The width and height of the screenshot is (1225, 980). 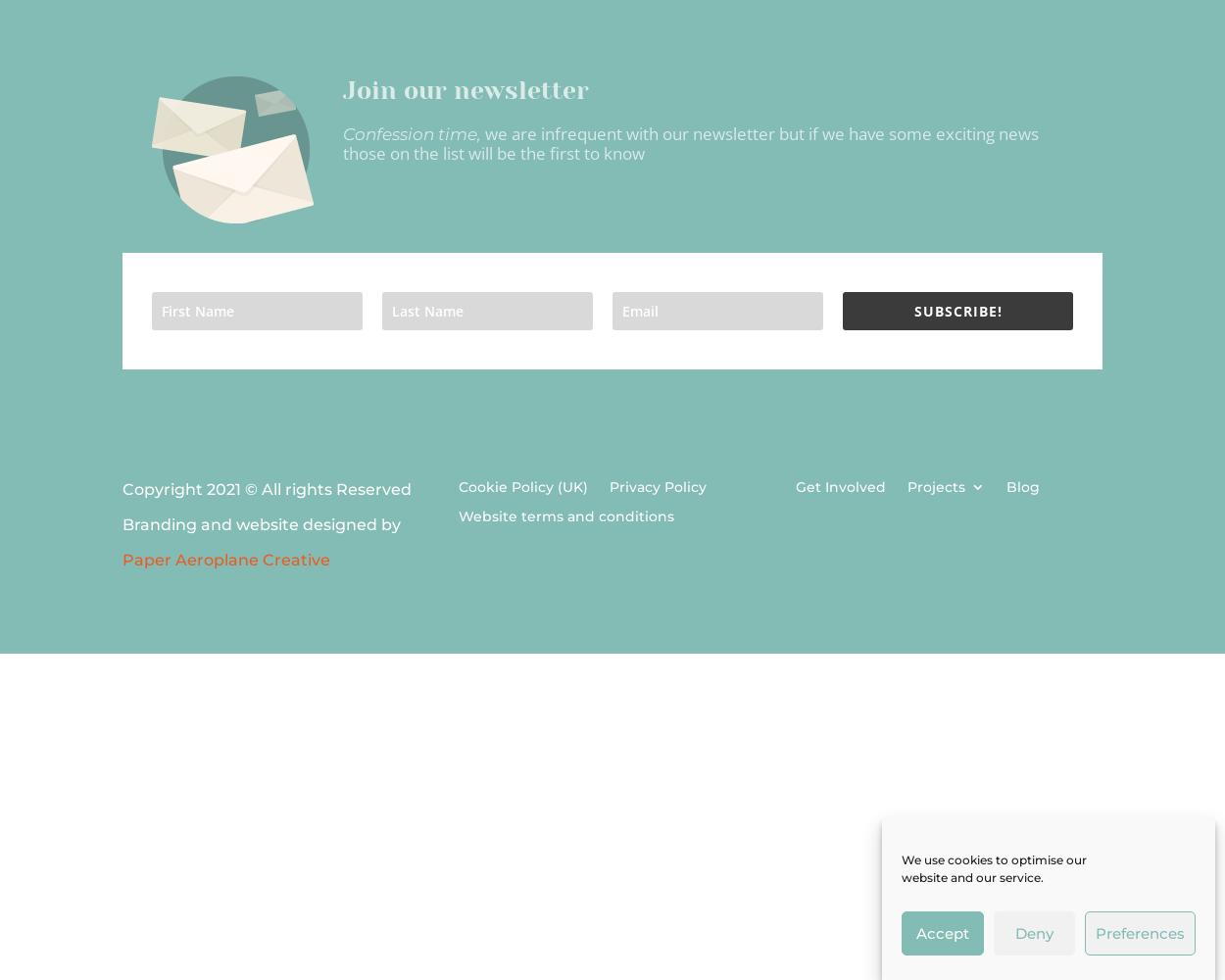 What do you see at coordinates (565, 516) in the screenshot?
I see `'Website terms and conditions'` at bounding box center [565, 516].